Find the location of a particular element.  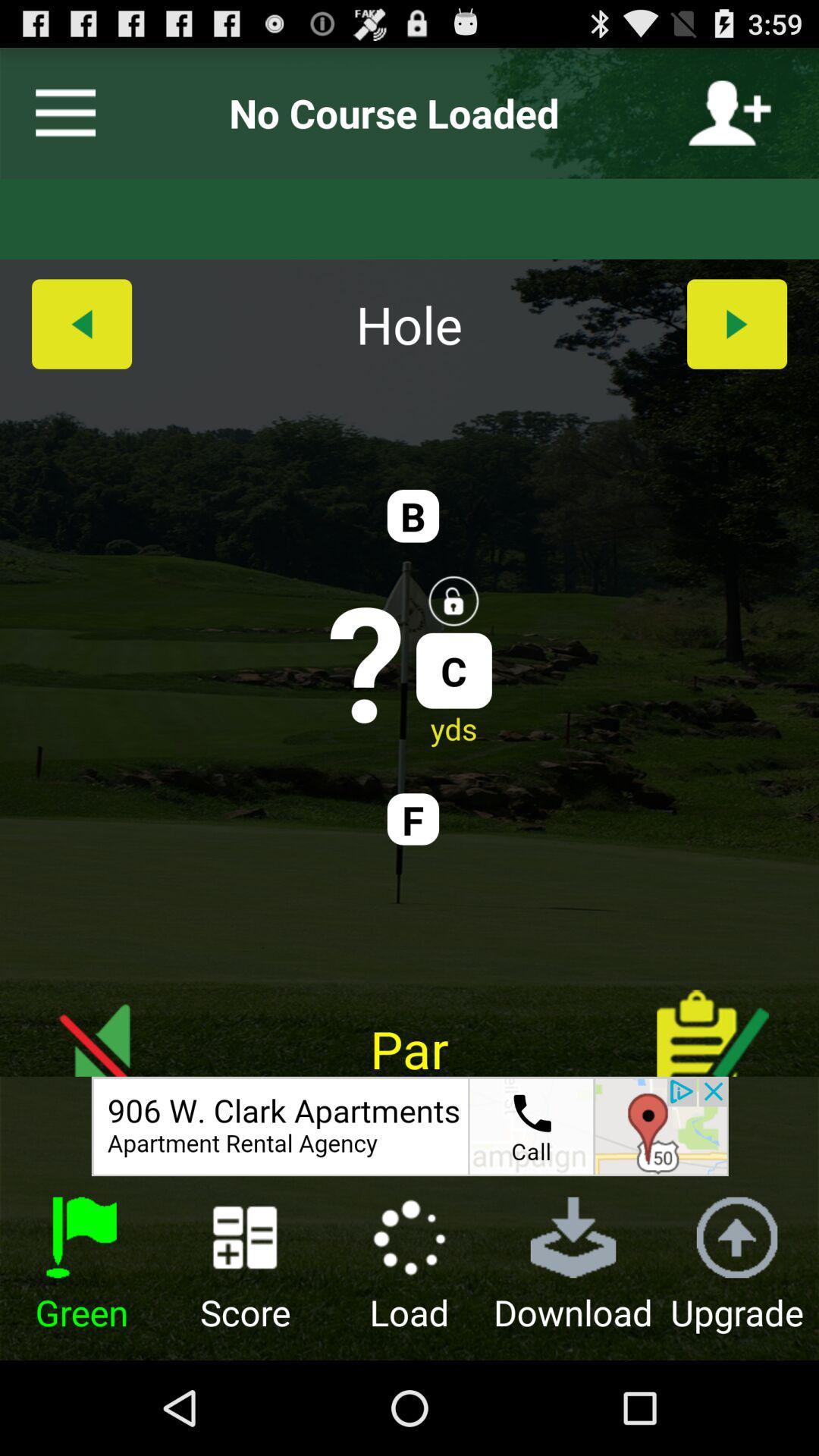

the thumbs_up icon is located at coordinates (713, 1093).